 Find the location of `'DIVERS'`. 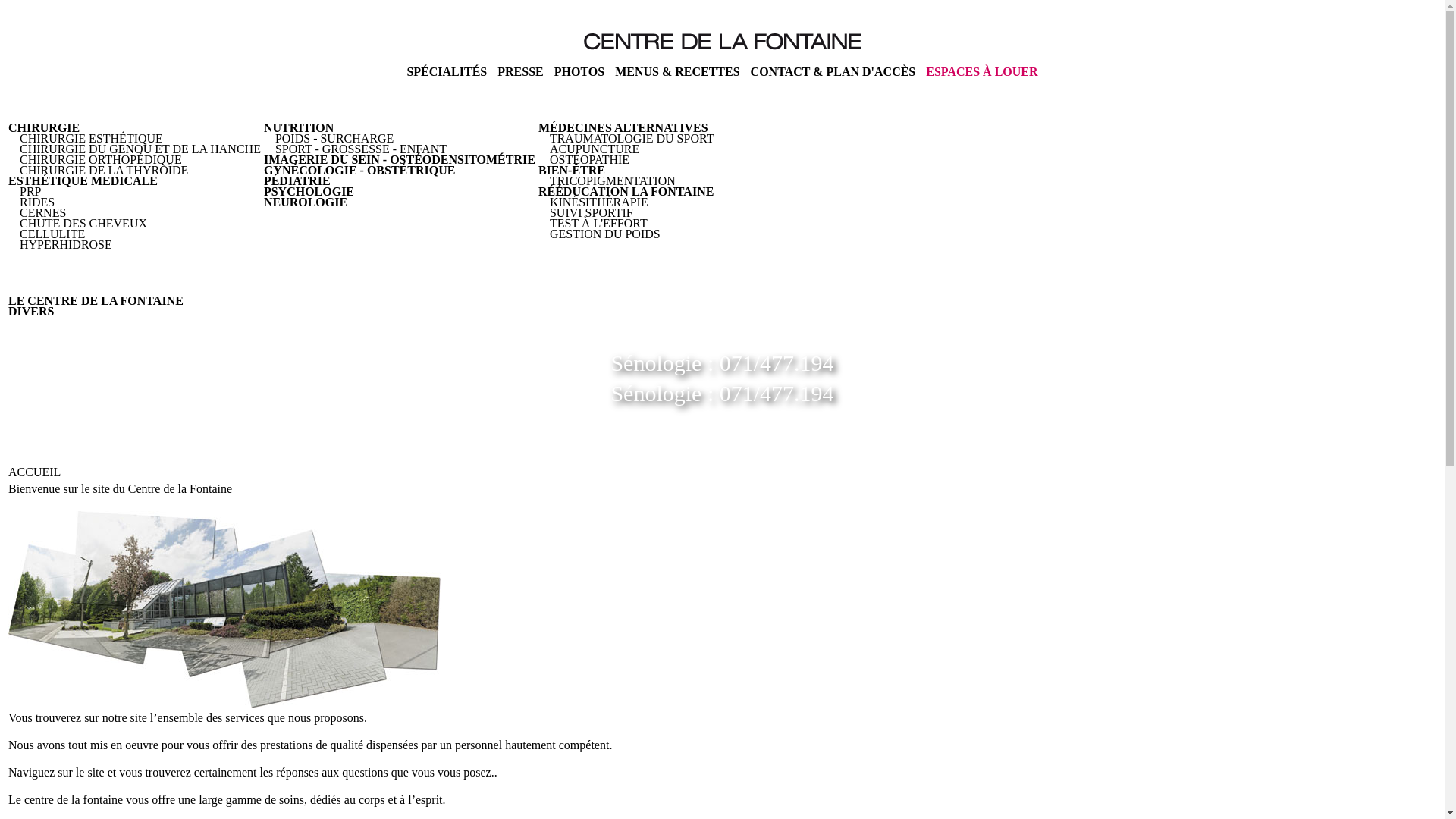

'DIVERS' is located at coordinates (31, 310).